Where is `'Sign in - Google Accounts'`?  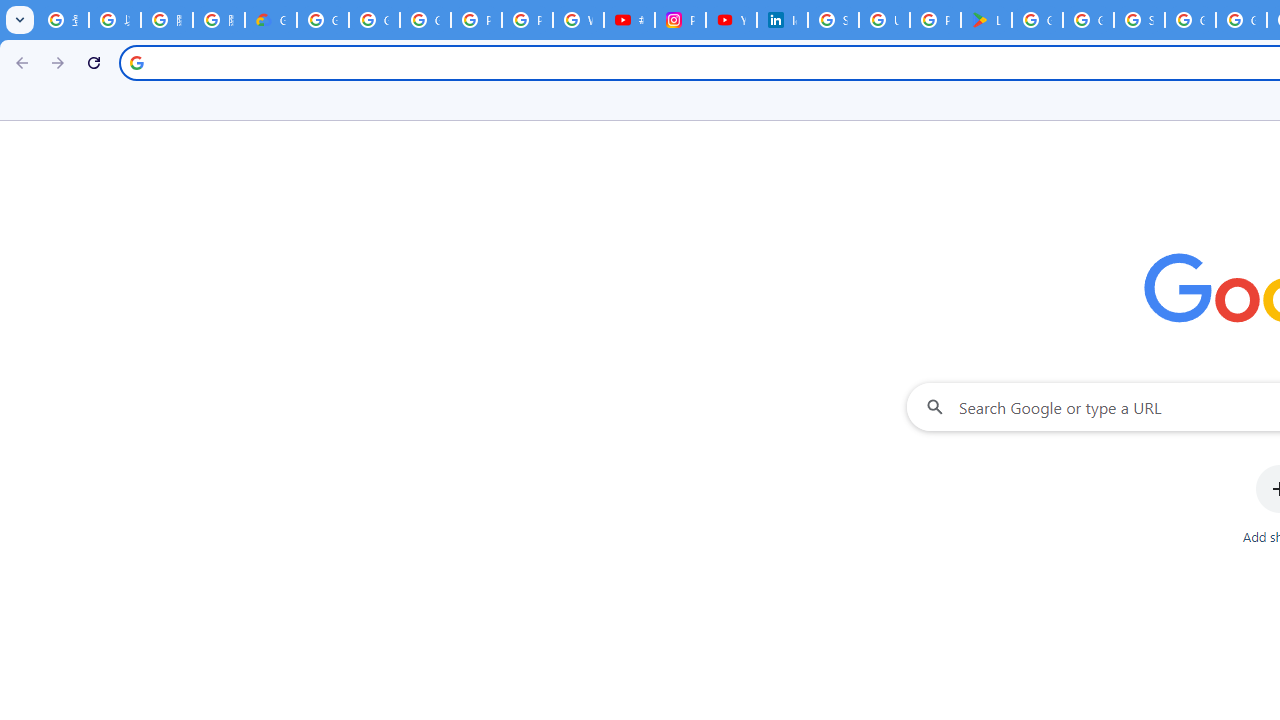
'Sign in - Google Accounts' is located at coordinates (1139, 20).